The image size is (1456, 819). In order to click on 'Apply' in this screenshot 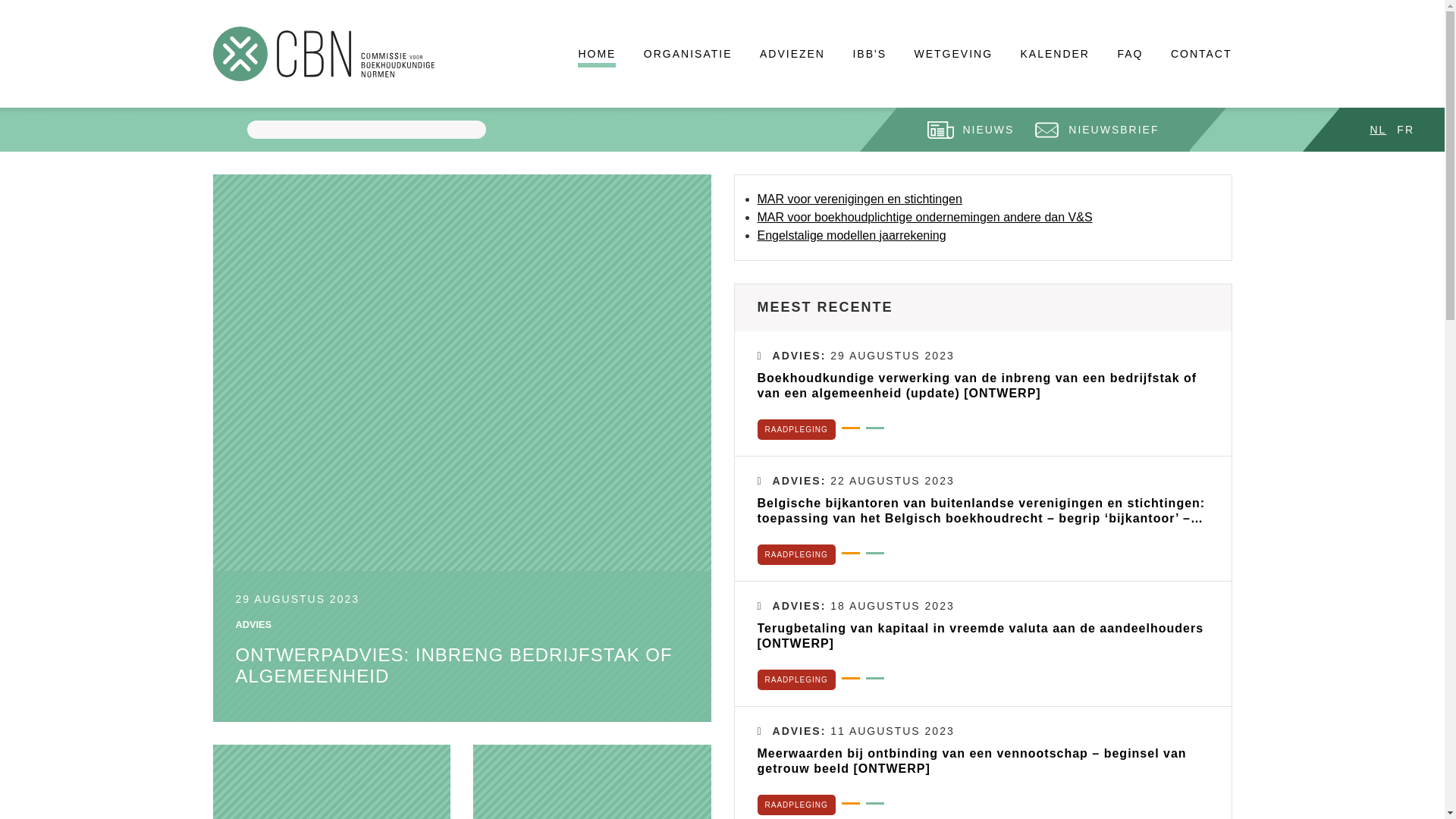, I will do `click(225, 130)`.